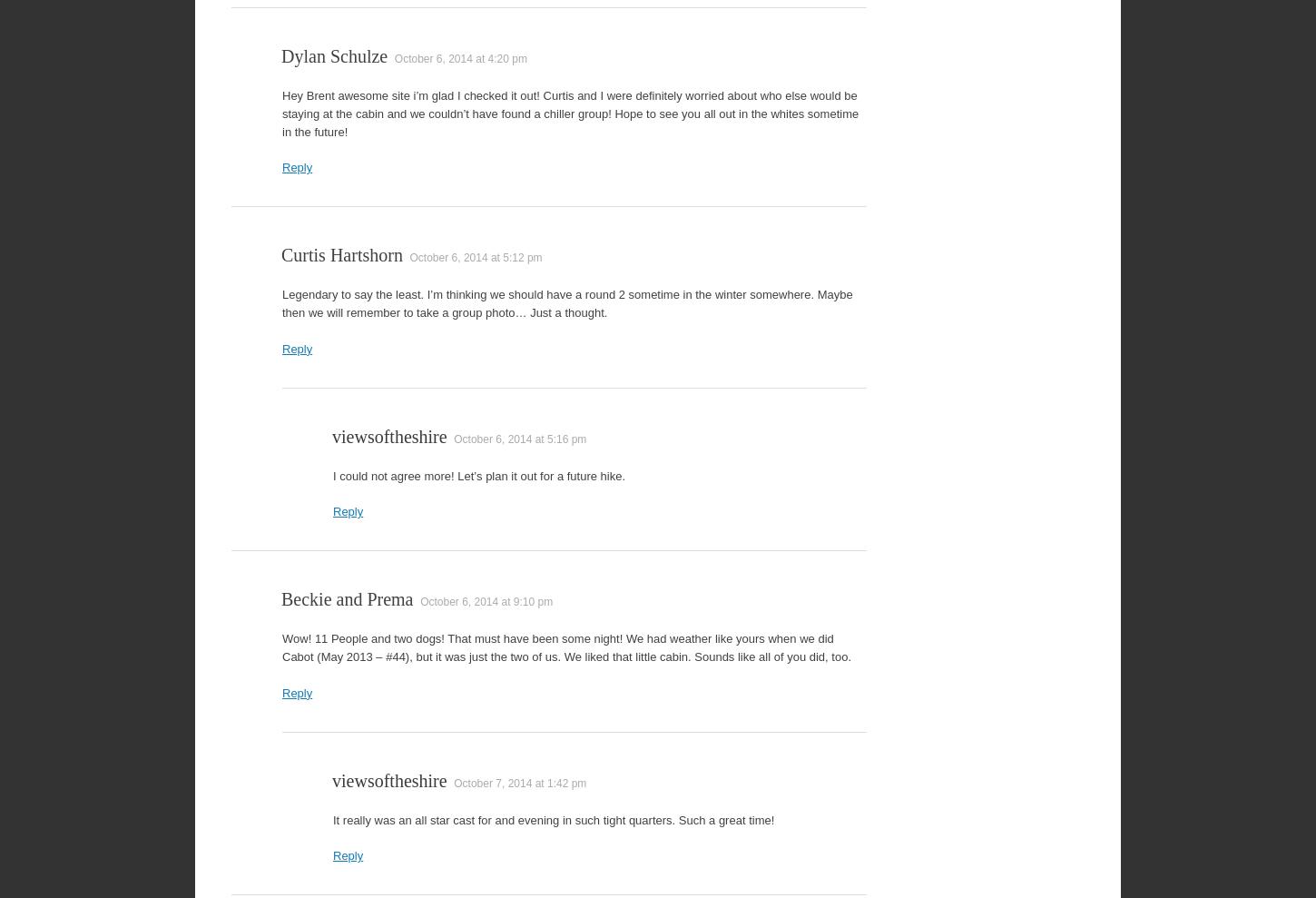 Image resolution: width=1316 pixels, height=898 pixels. What do you see at coordinates (520, 783) in the screenshot?
I see `'October 7, 2014 at 1:42 pm'` at bounding box center [520, 783].